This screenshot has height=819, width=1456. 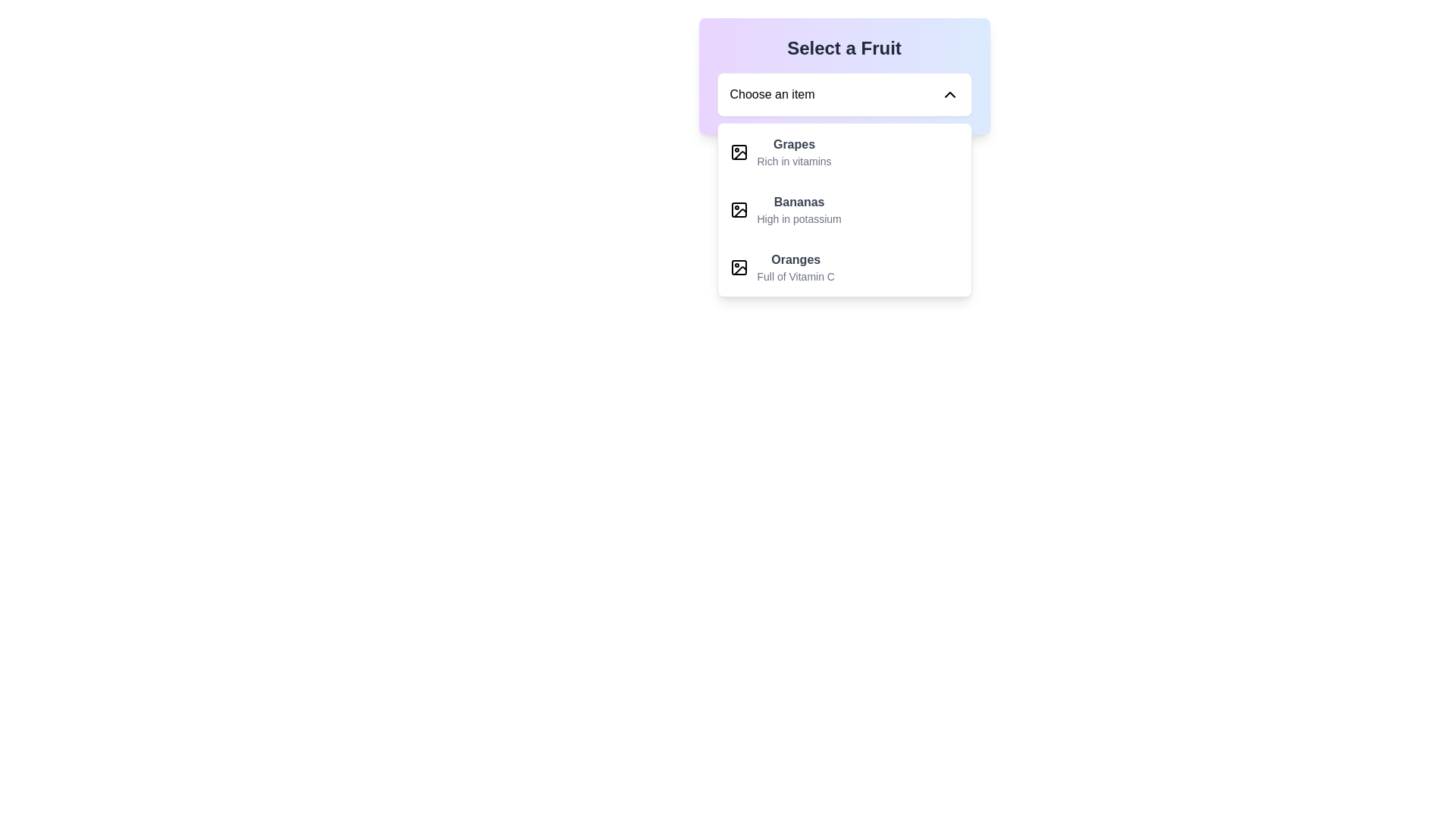 I want to click on the small icon resembling an image placeholder located to the left of the title 'Grapes' in the list under 'Select a Fruit', so click(x=743, y=152).